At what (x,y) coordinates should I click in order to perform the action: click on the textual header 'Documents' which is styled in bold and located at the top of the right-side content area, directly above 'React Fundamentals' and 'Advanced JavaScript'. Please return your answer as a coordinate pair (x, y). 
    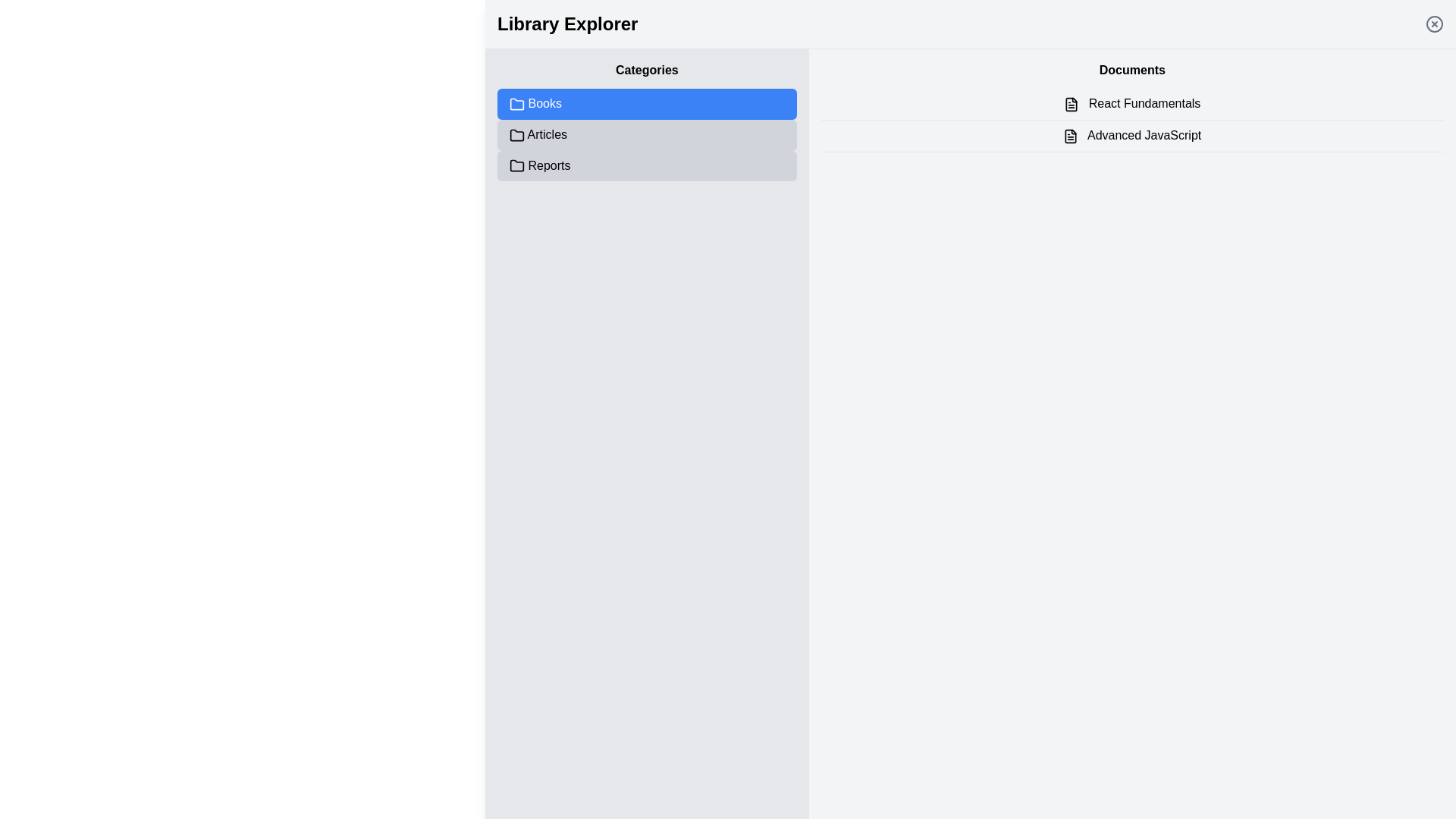
    Looking at the image, I should click on (1132, 70).